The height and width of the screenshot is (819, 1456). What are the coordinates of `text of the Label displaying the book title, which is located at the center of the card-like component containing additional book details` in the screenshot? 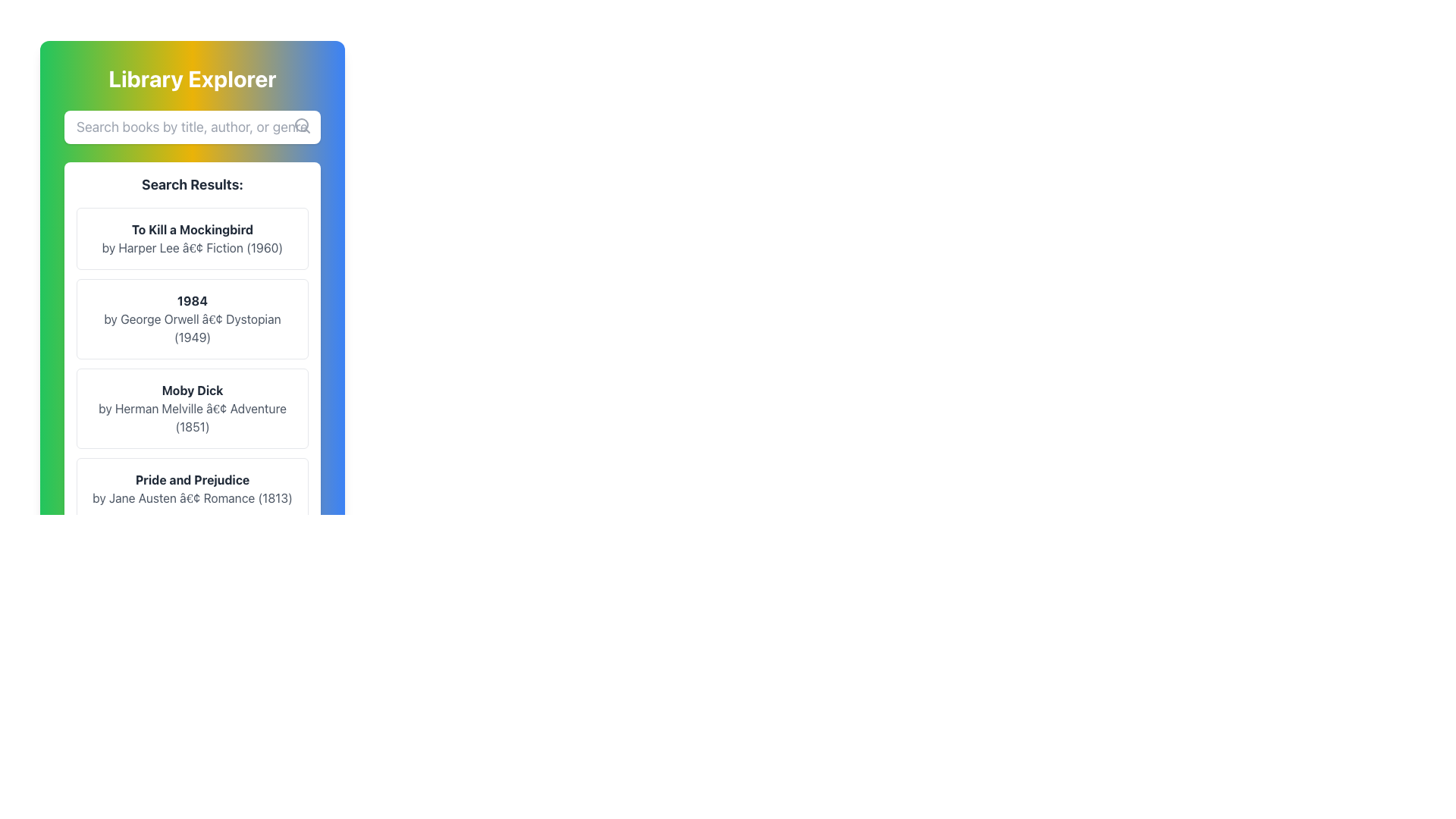 It's located at (192, 301).